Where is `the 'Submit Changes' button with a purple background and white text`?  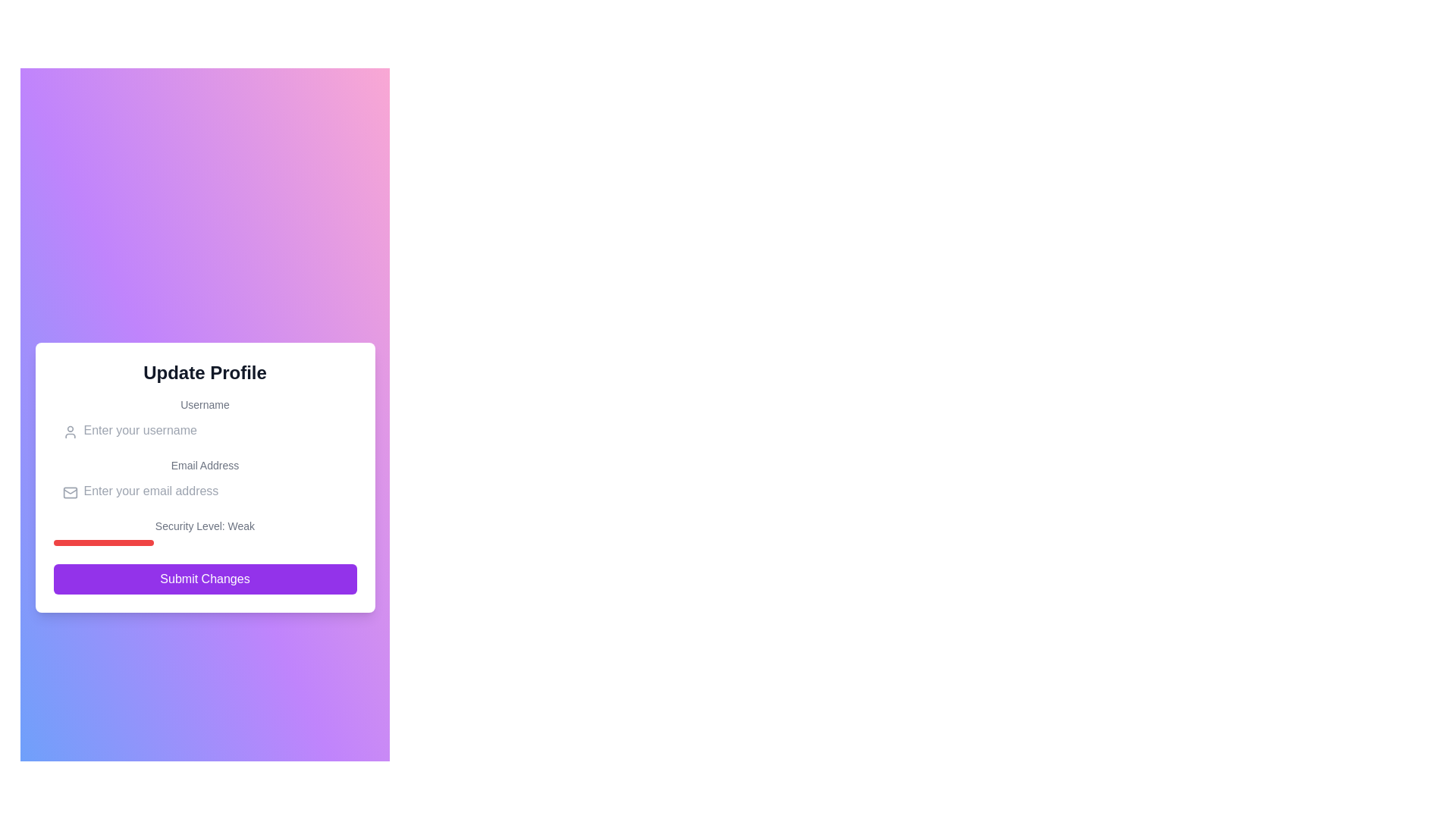
the 'Submit Changes' button with a purple background and white text is located at coordinates (204, 579).